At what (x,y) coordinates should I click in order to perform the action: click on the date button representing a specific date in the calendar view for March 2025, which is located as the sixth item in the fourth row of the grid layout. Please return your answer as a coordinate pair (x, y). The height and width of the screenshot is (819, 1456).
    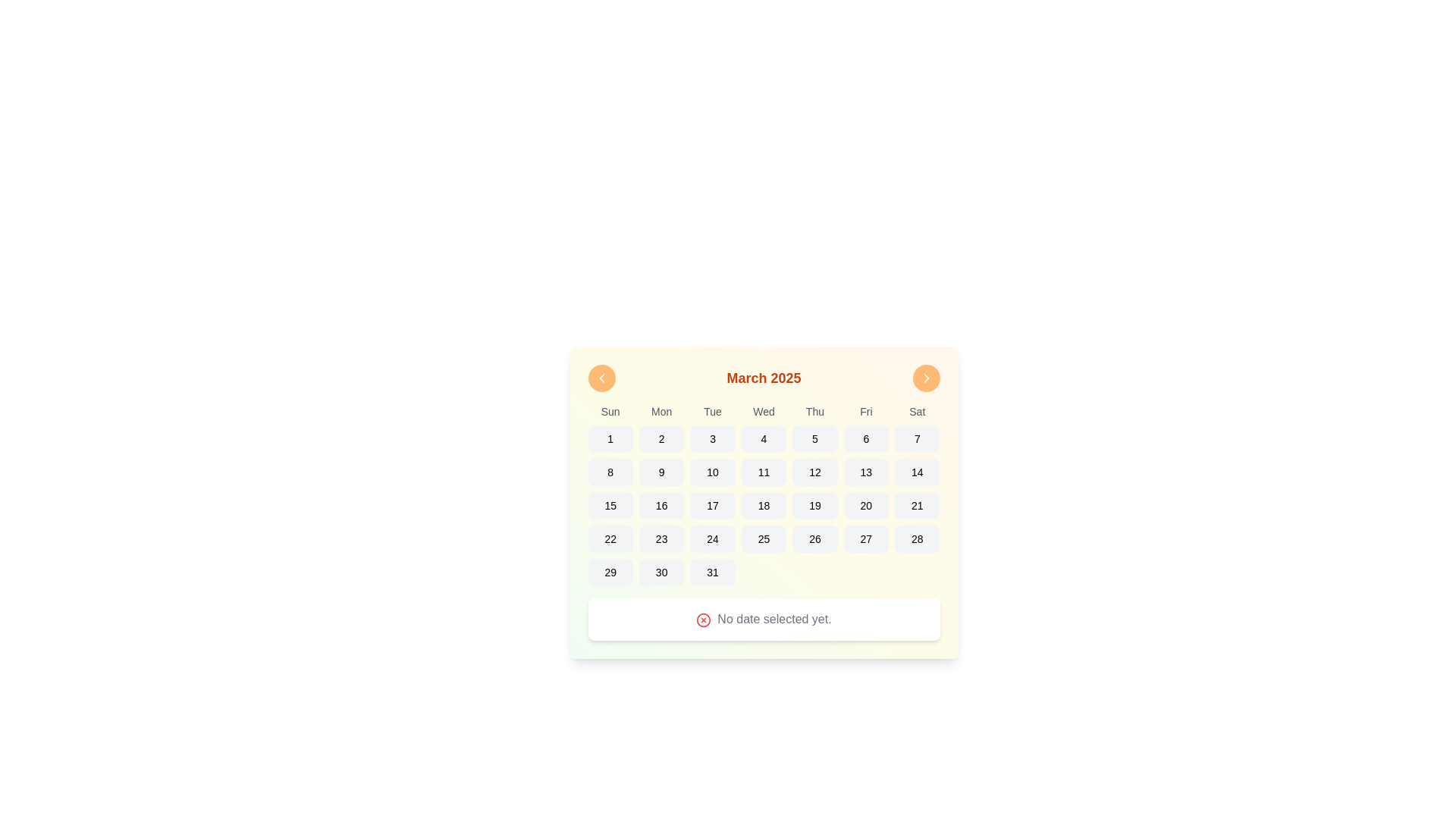
    Looking at the image, I should click on (866, 506).